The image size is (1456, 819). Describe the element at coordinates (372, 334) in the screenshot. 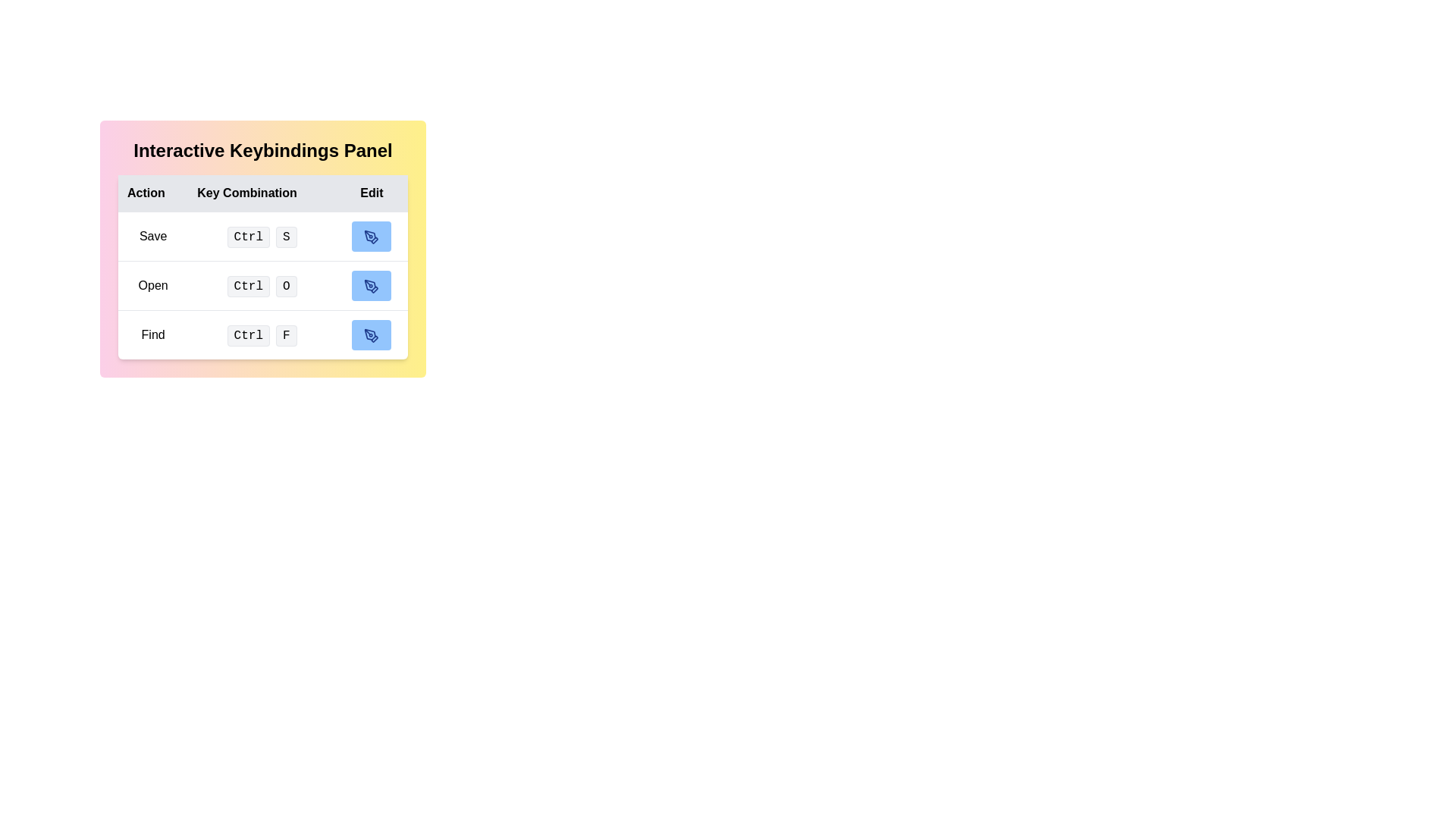

I see `the 'Edit' button in the 'Interactive Keybindings Panel' that corresponds to the 'Find' action` at that location.